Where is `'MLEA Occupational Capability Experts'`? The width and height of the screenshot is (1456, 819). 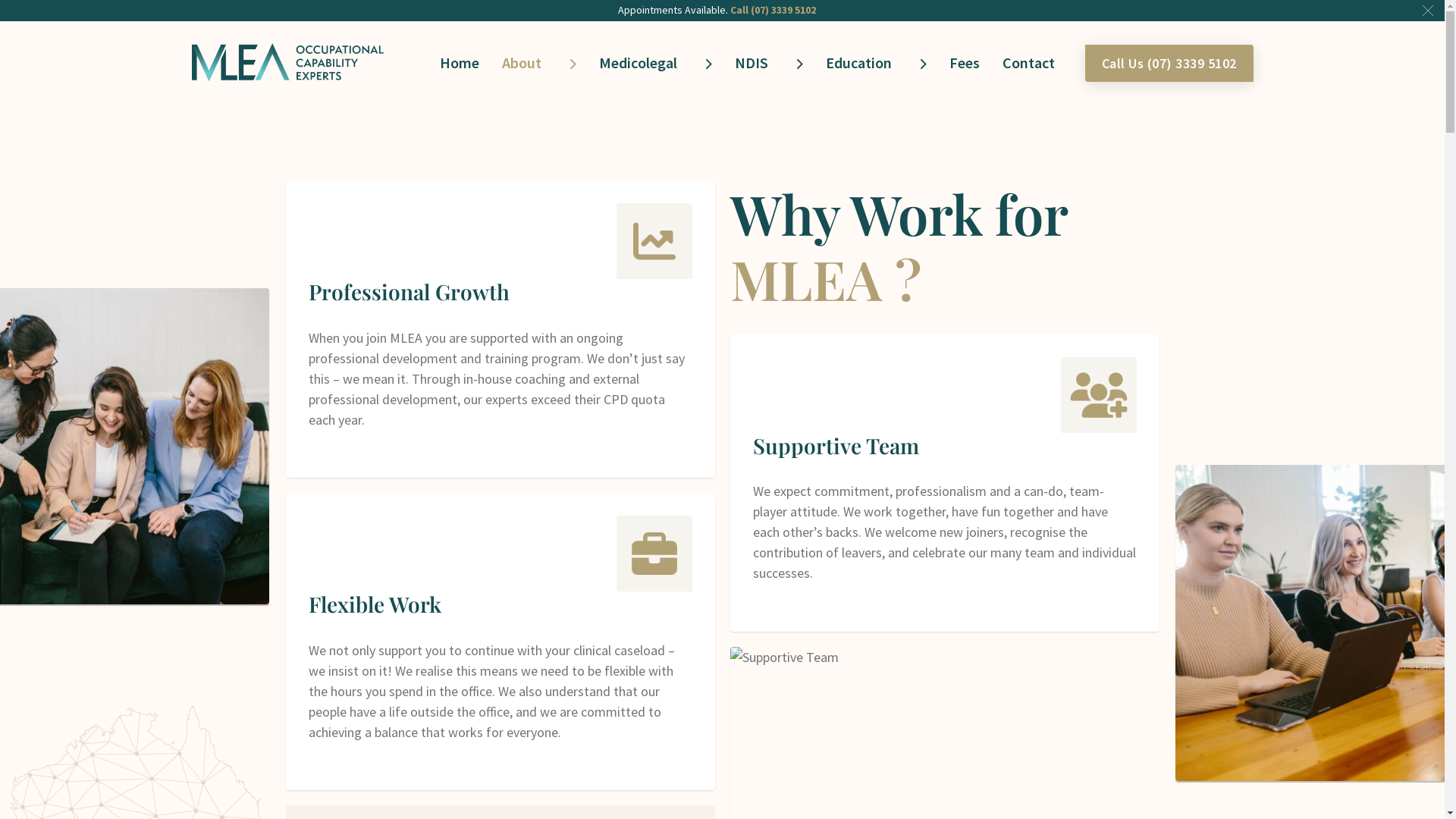
'MLEA Occupational Capability Experts' is located at coordinates (288, 60).